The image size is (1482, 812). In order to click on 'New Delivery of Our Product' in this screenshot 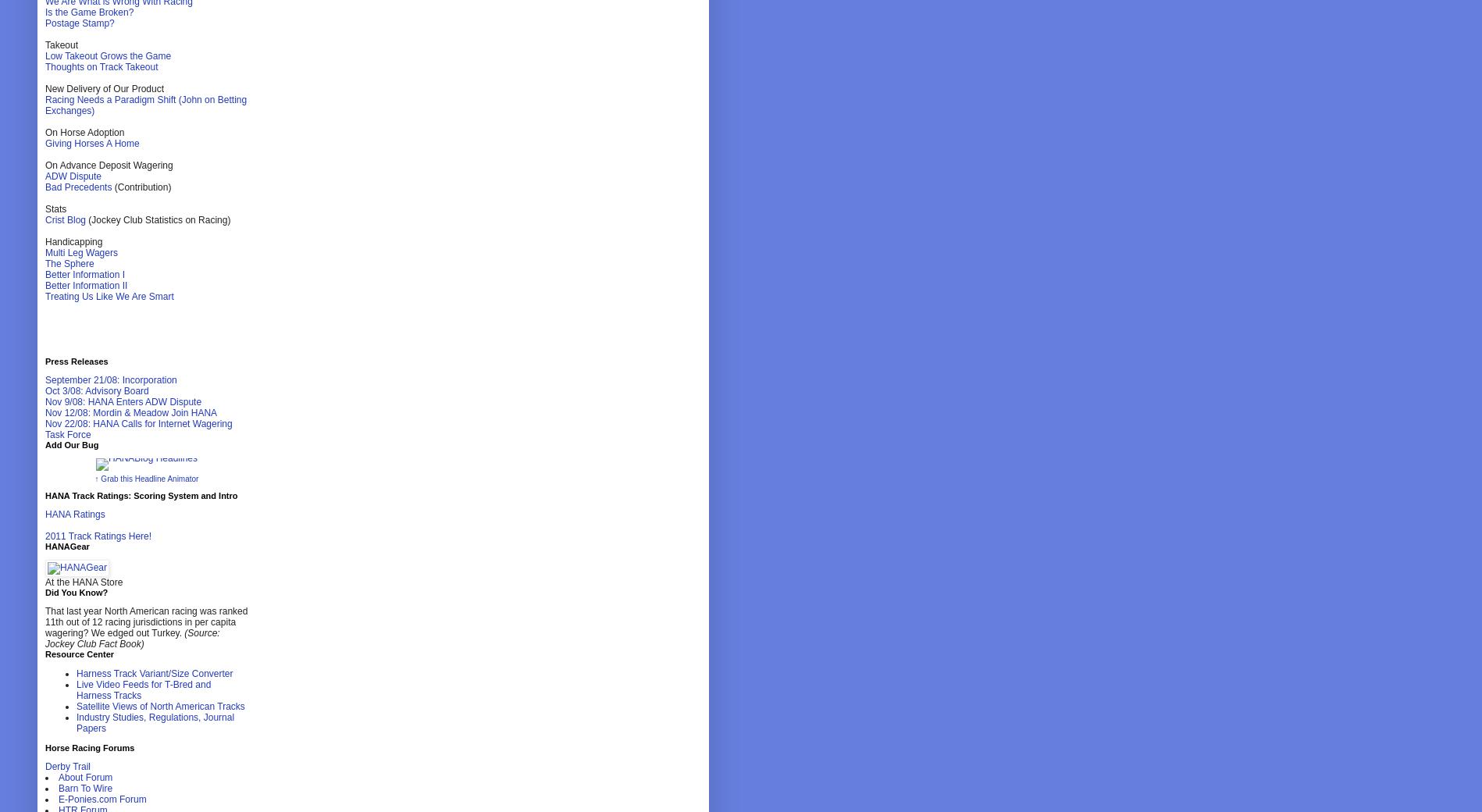, I will do `click(104, 87)`.